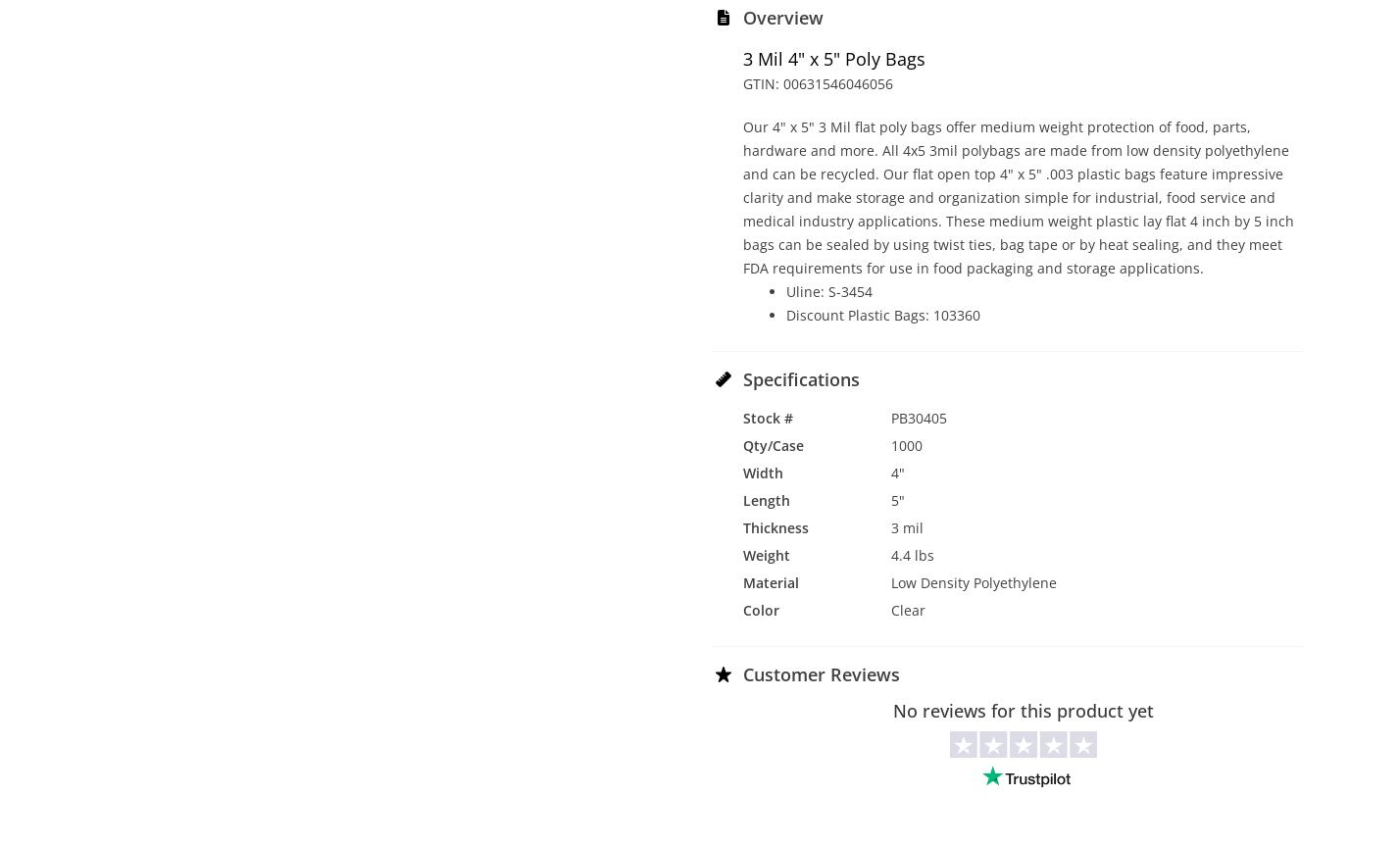  I want to click on '4 Mil Poly Bags', so click(699, 607).